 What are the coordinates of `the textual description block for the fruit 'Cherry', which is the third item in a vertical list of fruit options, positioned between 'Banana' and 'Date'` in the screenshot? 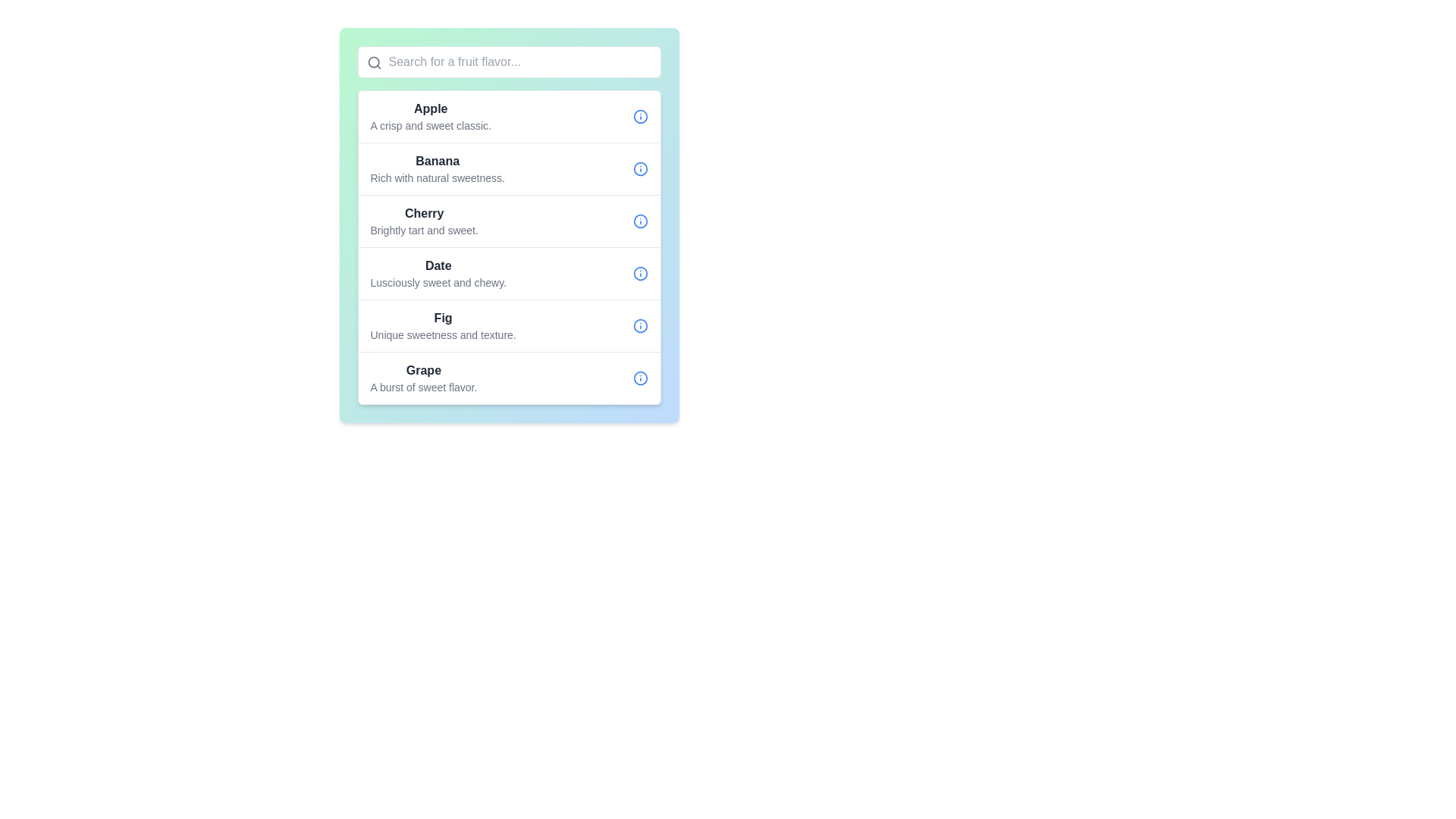 It's located at (424, 221).